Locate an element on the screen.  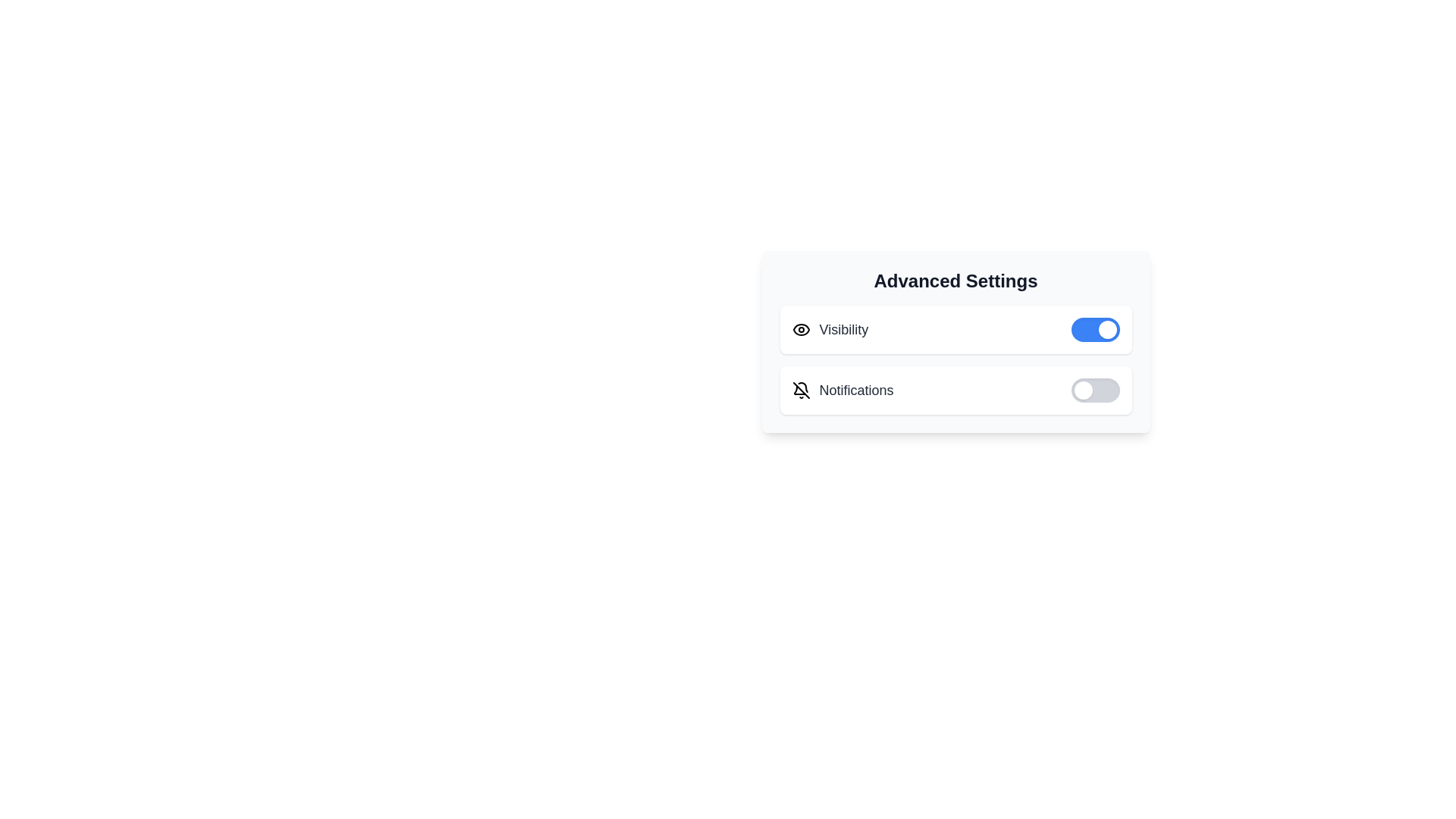
the 'Notifications' switch to toggle its state is located at coordinates (1095, 390).